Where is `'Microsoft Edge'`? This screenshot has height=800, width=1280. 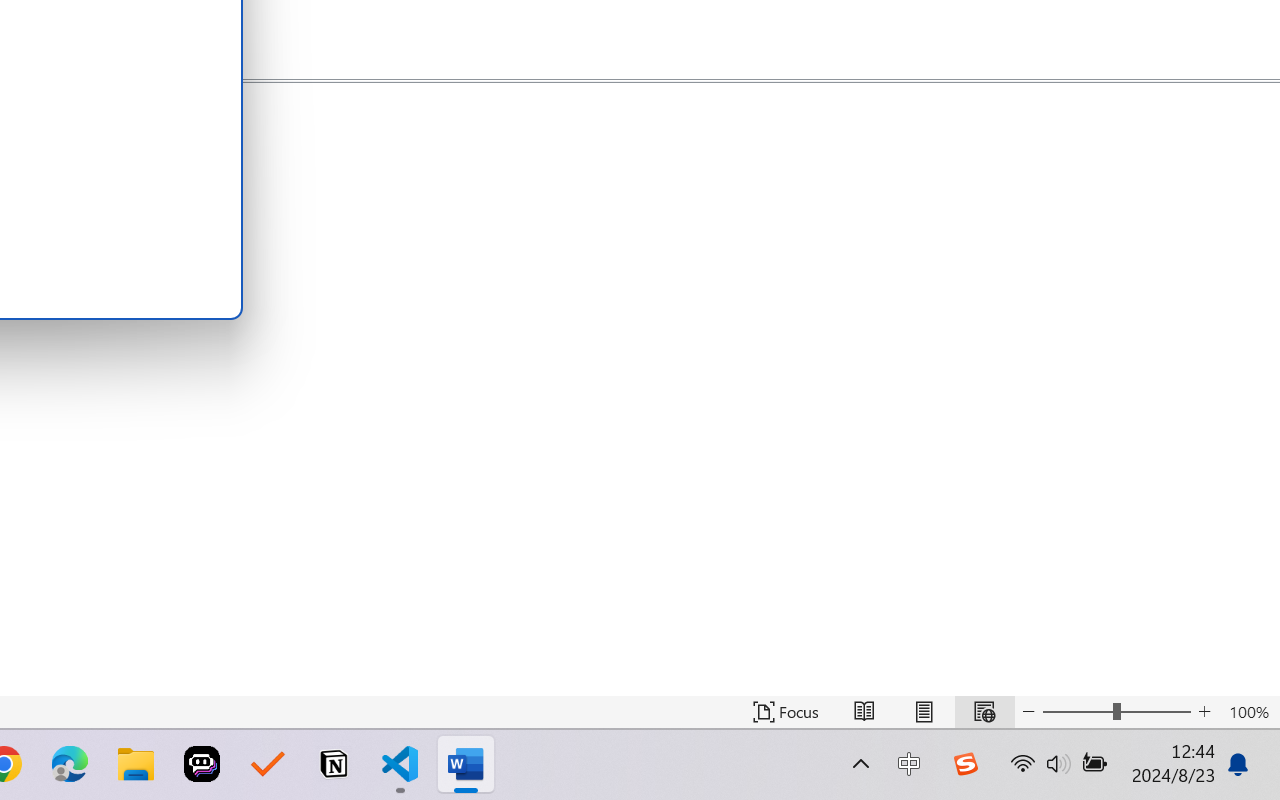
'Microsoft Edge' is located at coordinates (69, 764).